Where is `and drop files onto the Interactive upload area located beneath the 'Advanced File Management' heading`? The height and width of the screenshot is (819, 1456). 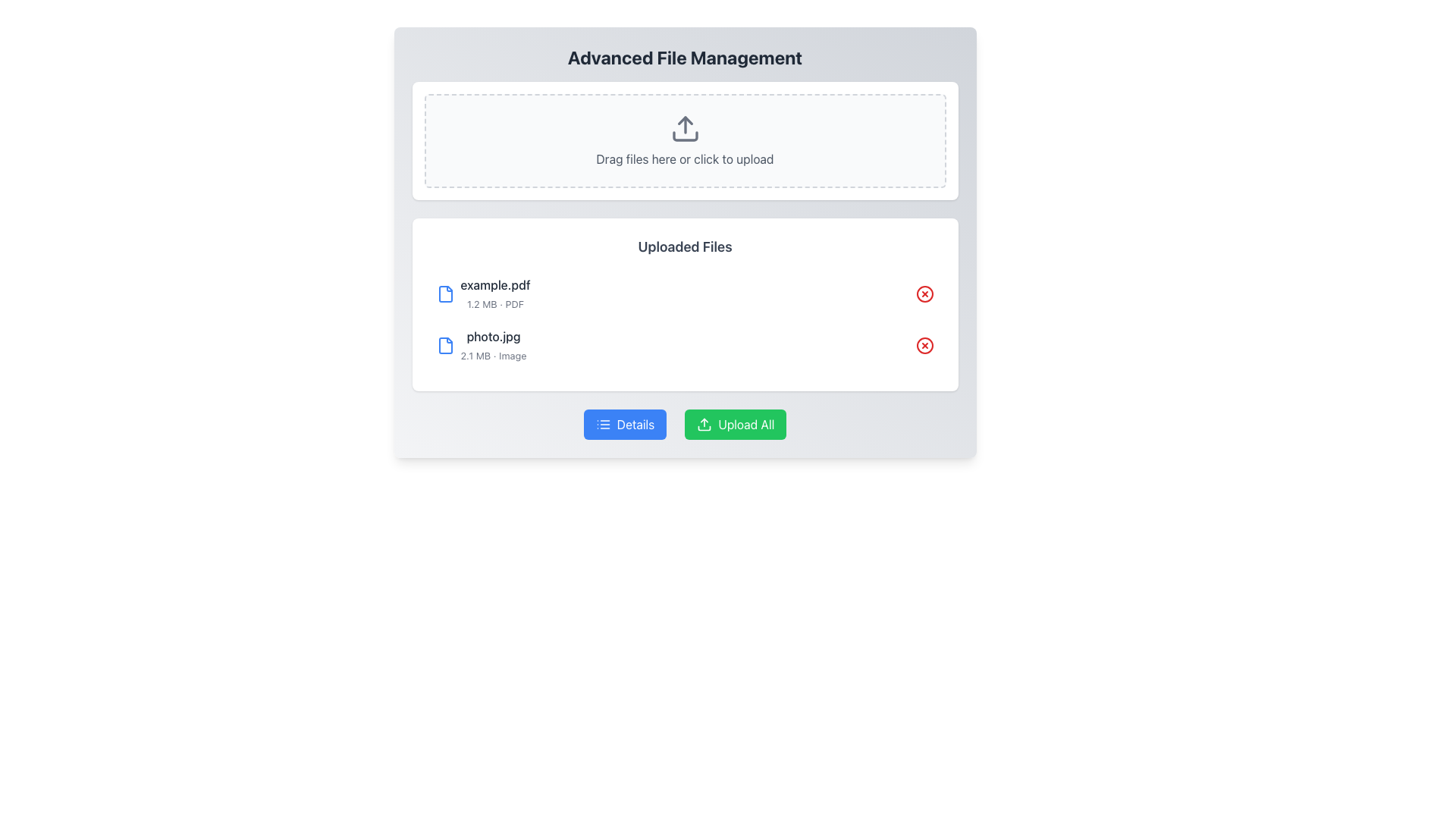 and drop files onto the Interactive upload area located beneath the 'Advanced File Management' heading is located at coordinates (684, 140).